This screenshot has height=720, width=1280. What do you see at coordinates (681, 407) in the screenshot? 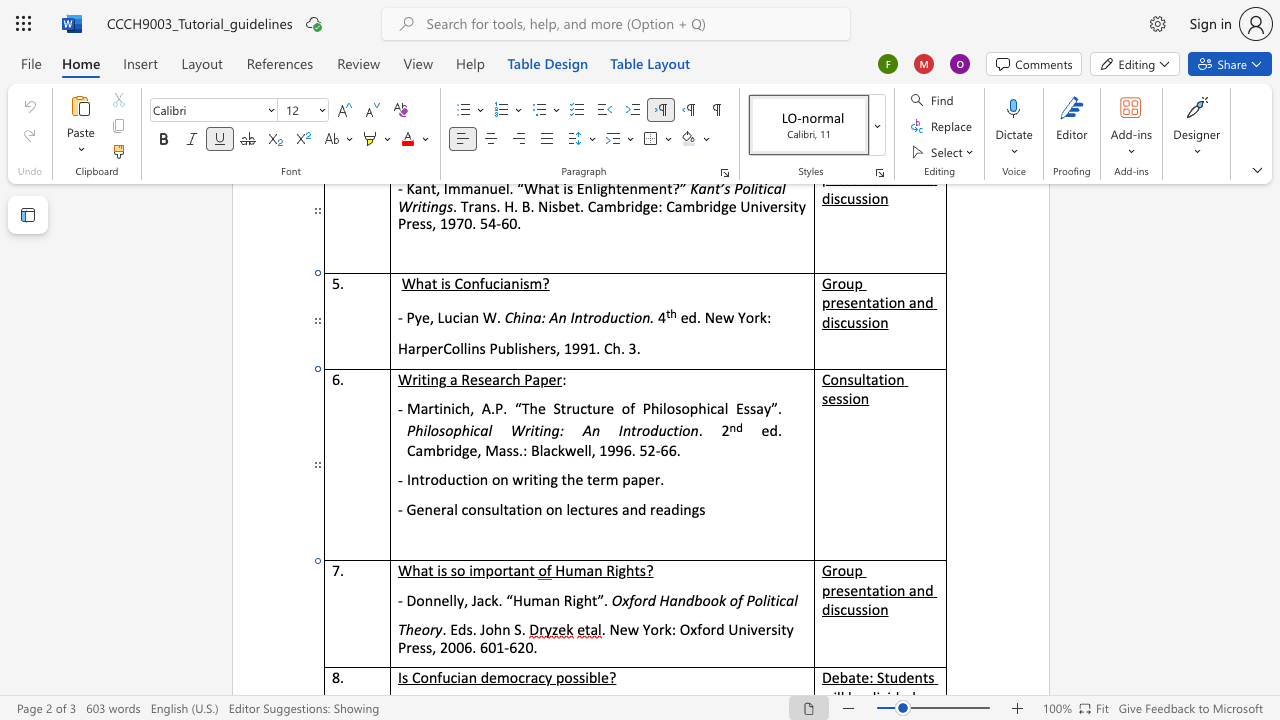
I see `the space between the continuous character "s" and "o" in the text` at bounding box center [681, 407].